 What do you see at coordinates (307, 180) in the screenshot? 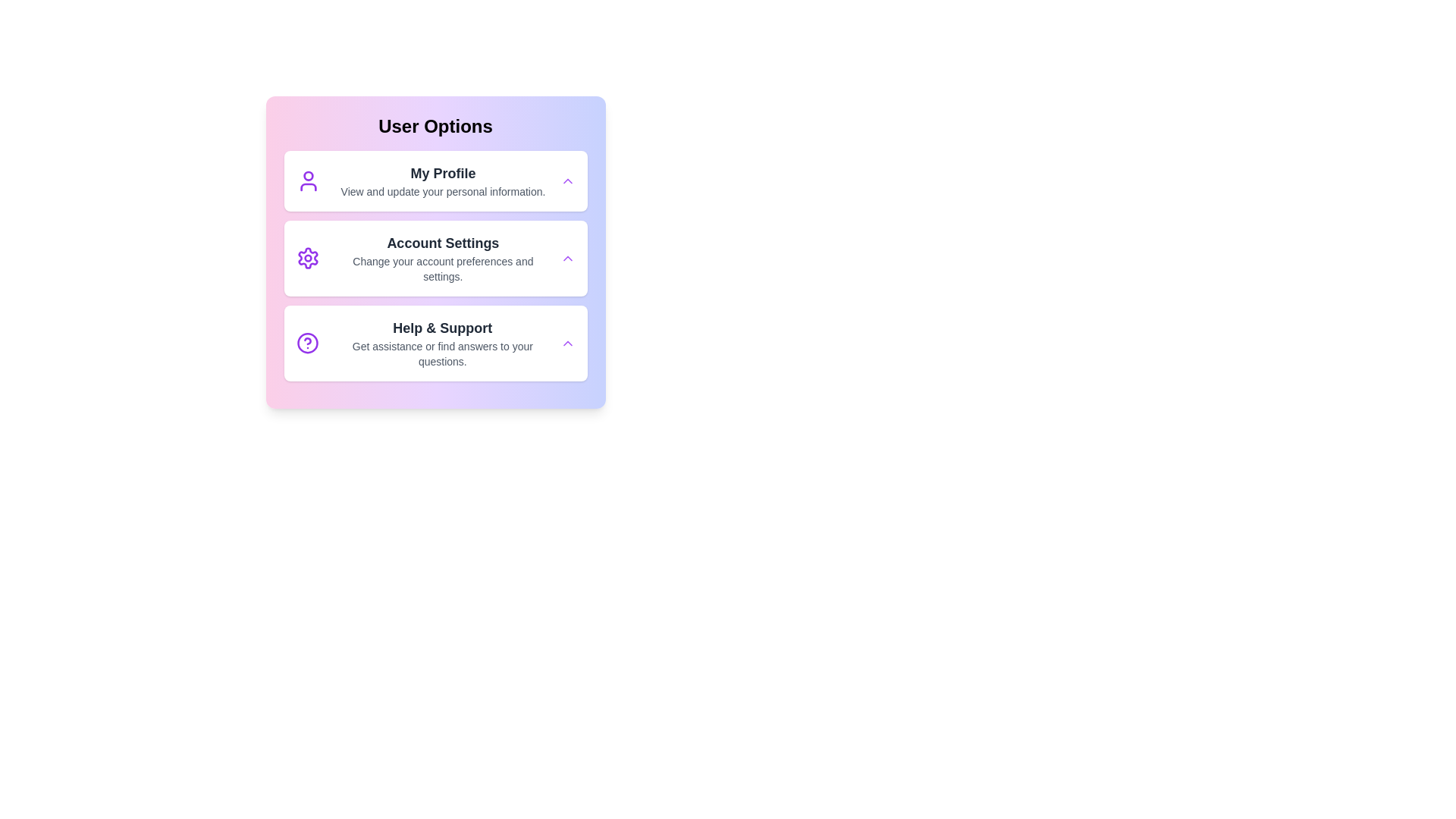
I see `the icon associated with the list item My Profile` at bounding box center [307, 180].